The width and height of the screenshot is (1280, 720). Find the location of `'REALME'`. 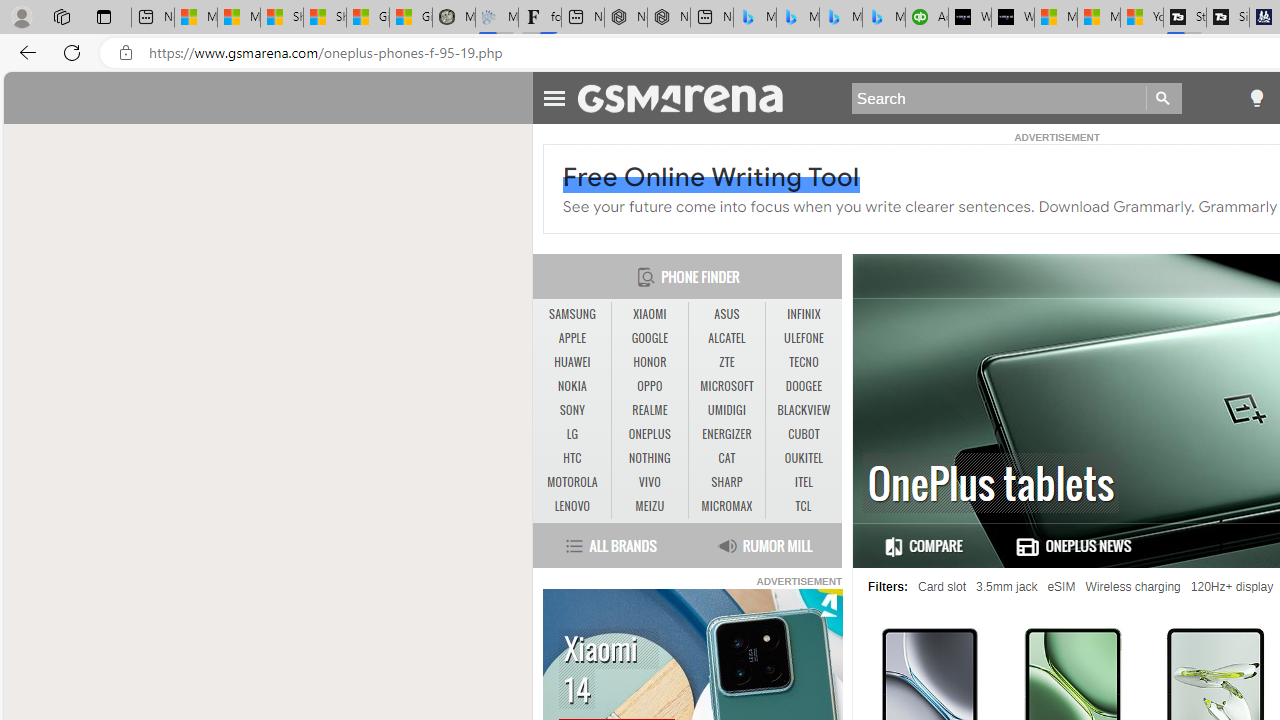

'REALME' is located at coordinates (650, 410).